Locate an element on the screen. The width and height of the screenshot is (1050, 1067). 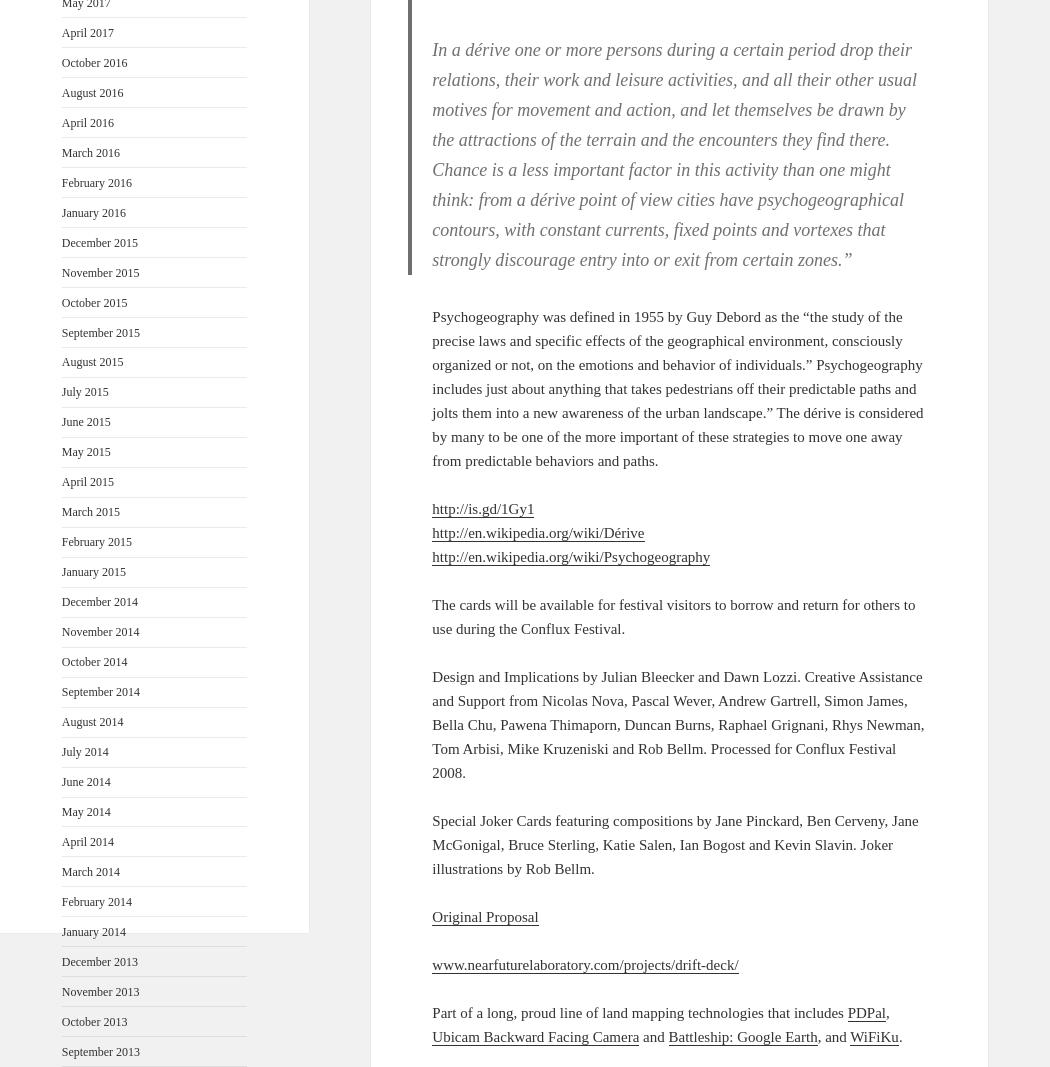
'December 2014' is located at coordinates (99, 602).